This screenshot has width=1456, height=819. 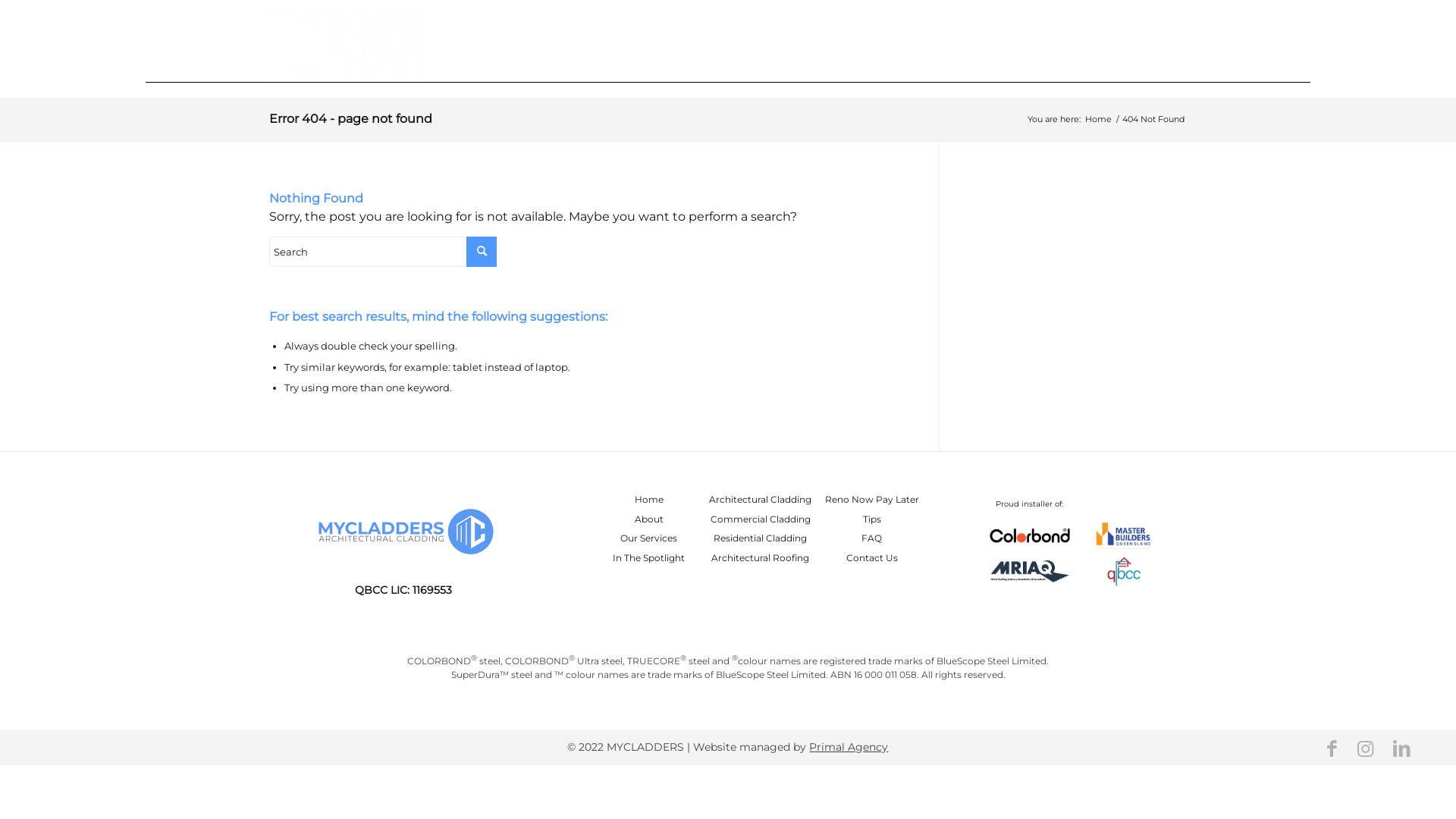 What do you see at coordinates (308, 531) in the screenshot?
I see `'mycladders-logo-blue'` at bounding box center [308, 531].